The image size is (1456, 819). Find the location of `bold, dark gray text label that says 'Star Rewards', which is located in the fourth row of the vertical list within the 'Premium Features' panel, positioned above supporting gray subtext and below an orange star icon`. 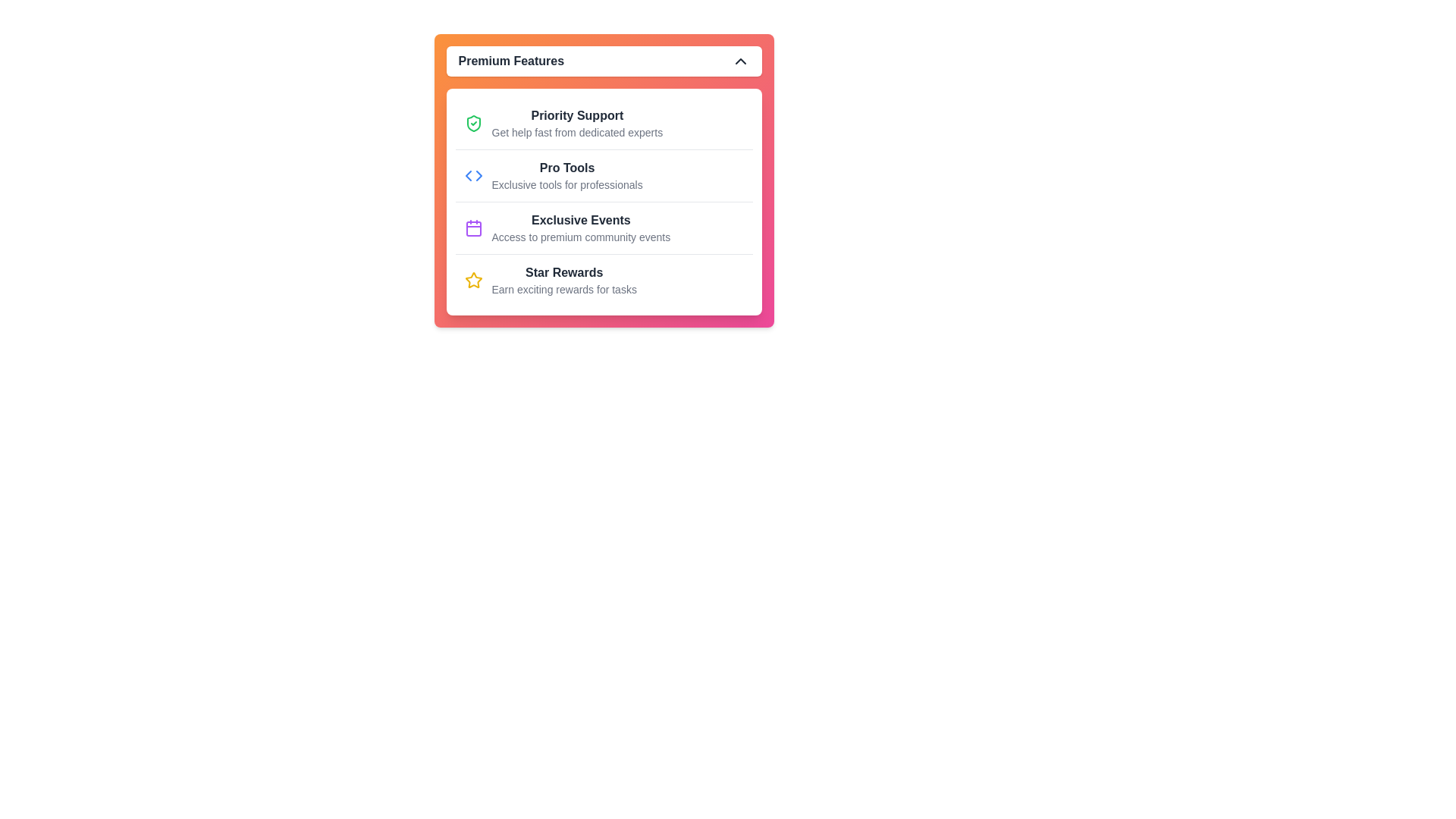

bold, dark gray text label that says 'Star Rewards', which is located in the fourth row of the vertical list within the 'Premium Features' panel, positioned above supporting gray subtext and below an orange star icon is located at coordinates (563, 271).